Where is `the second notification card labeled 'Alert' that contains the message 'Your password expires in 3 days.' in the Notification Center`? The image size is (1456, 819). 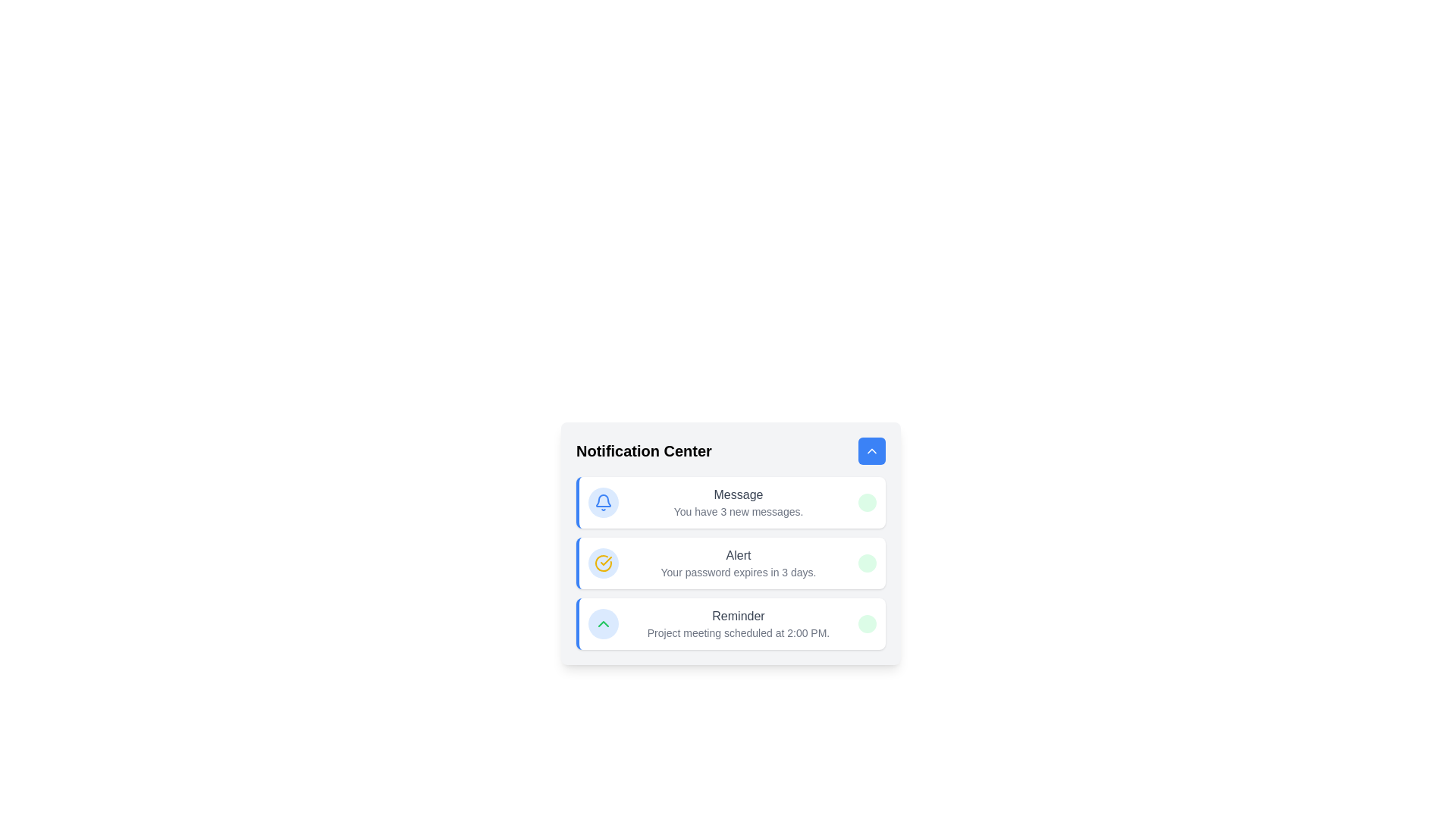
the second notification card labeled 'Alert' that contains the message 'Your password expires in 3 days.' in the Notification Center is located at coordinates (731, 563).